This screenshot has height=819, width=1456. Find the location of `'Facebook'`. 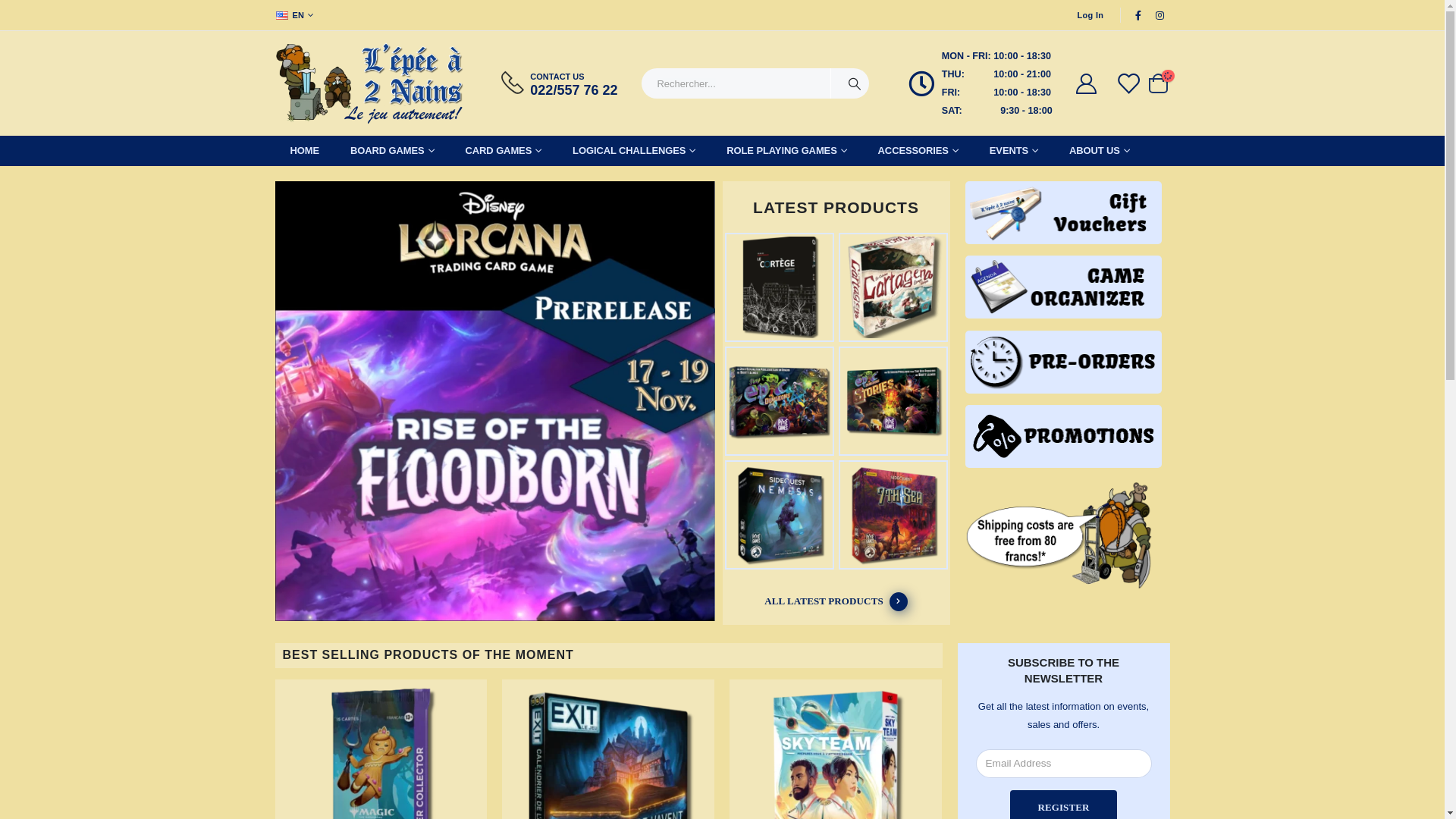

'Facebook' is located at coordinates (1138, 14).